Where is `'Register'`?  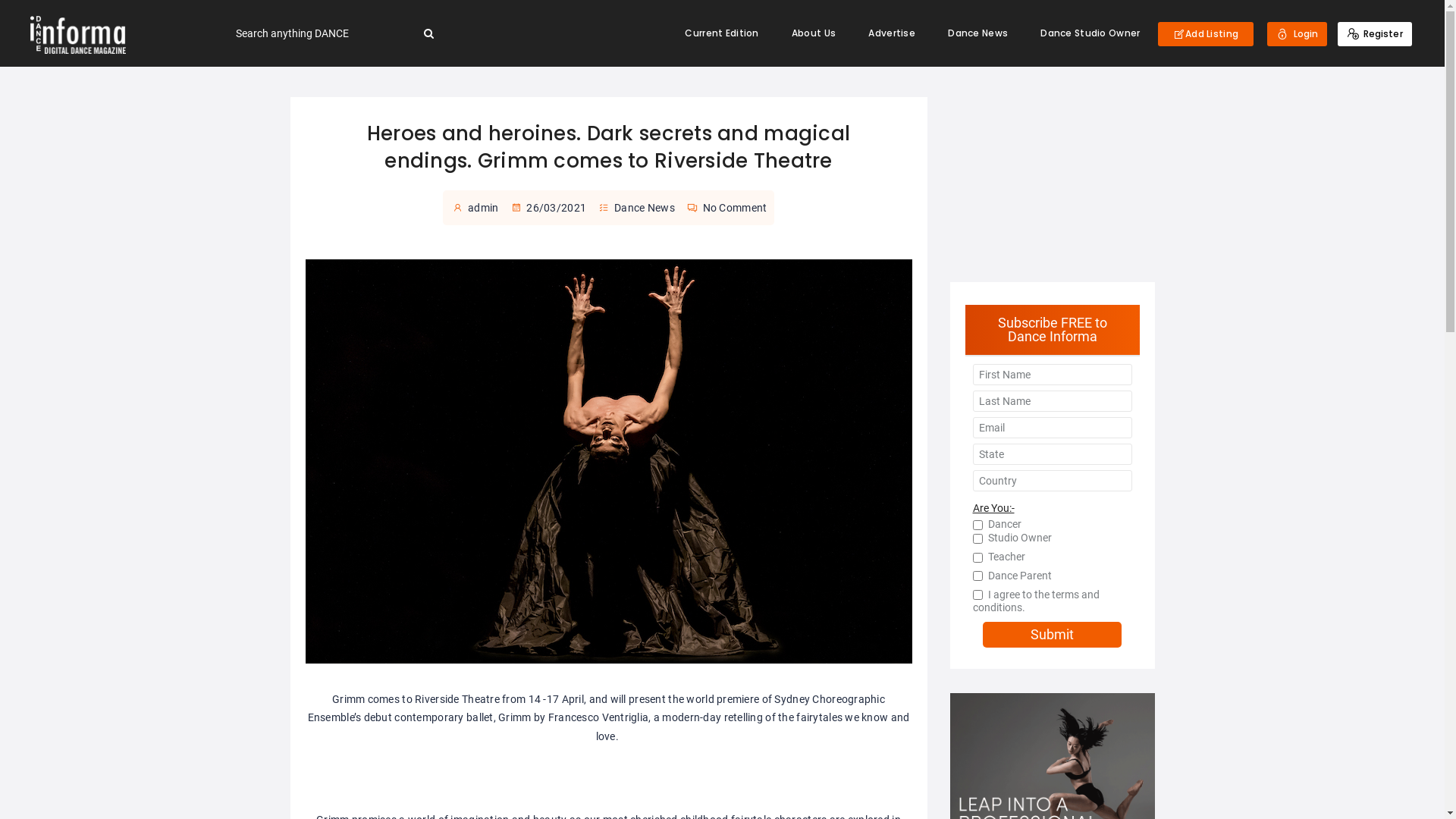
'Register' is located at coordinates (1375, 33).